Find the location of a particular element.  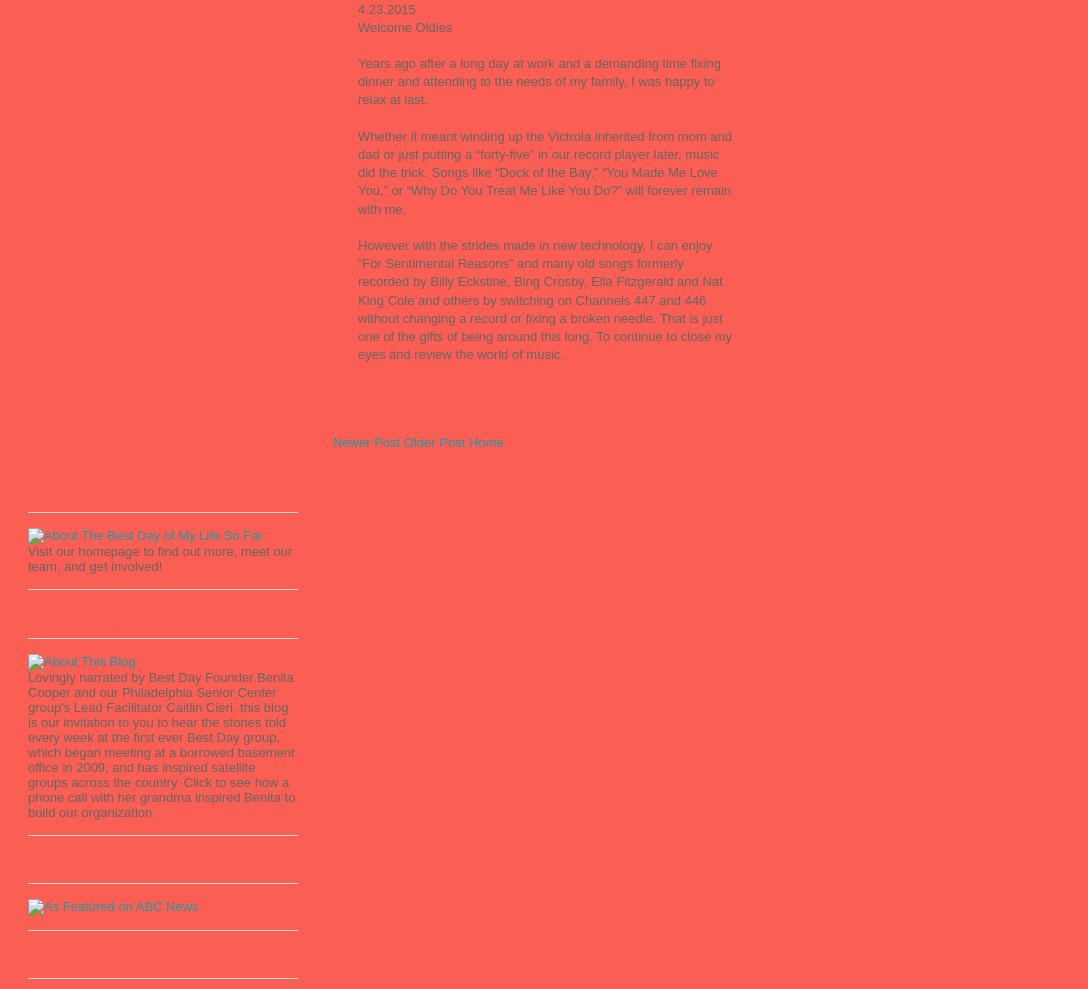

'Newer Post' is located at coordinates (366, 441).